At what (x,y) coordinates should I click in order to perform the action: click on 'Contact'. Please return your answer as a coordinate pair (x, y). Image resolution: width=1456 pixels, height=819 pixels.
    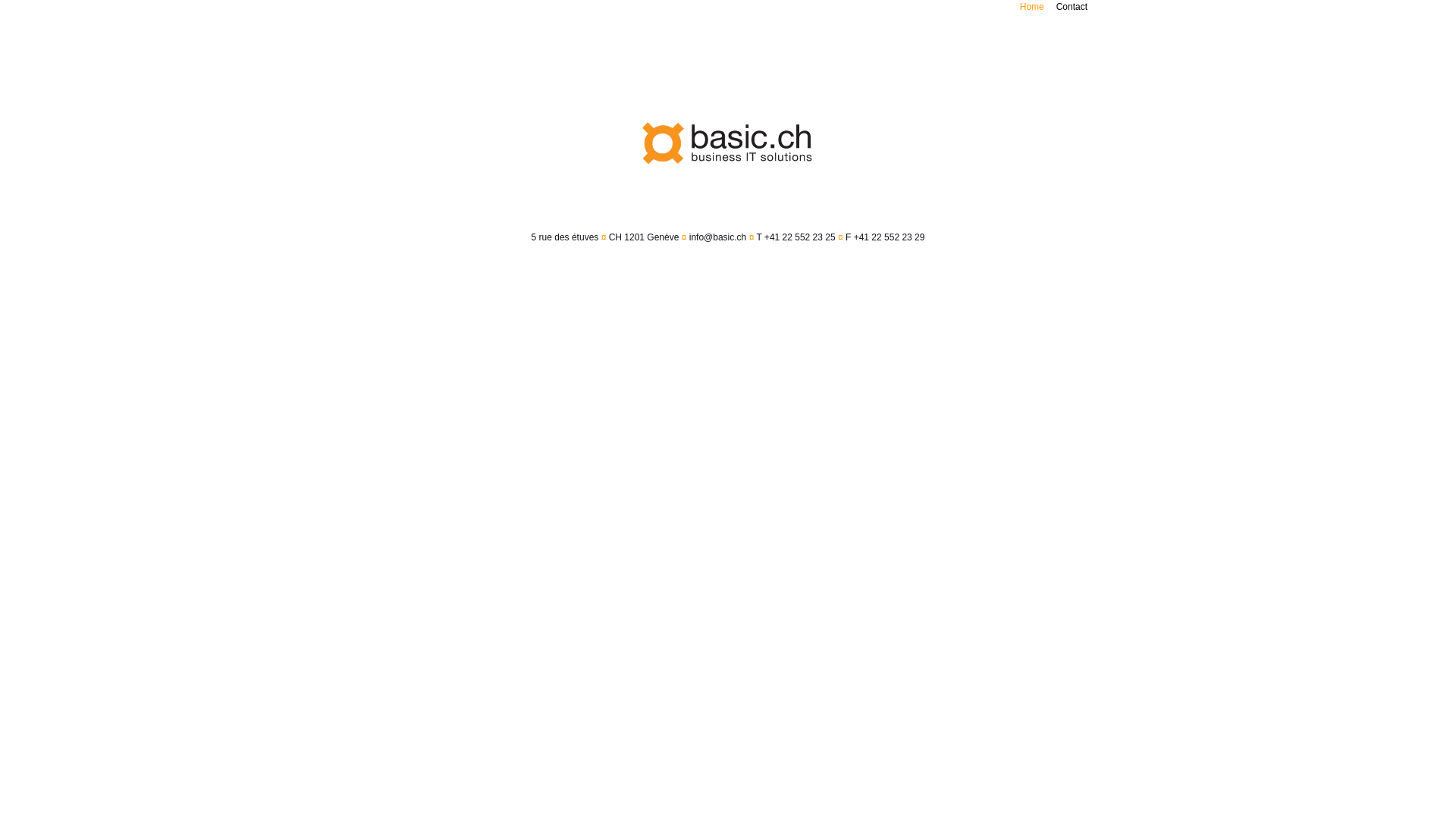
    Looking at the image, I should click on (1071, 6).